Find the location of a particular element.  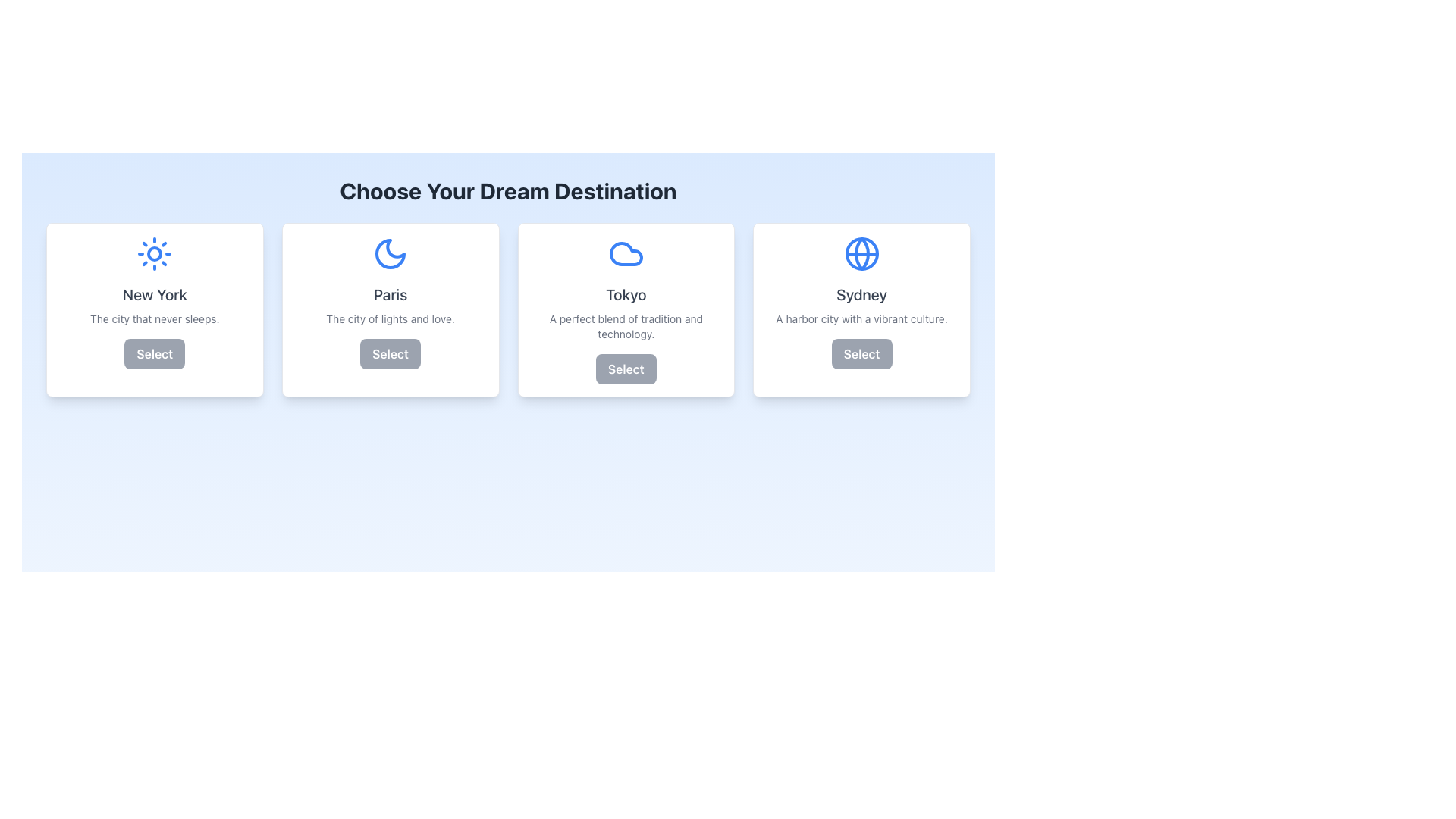

the text label that identifies the city represented by the card at the far-right end of a horizontal list of city cards is located at coordinates (861, 295).